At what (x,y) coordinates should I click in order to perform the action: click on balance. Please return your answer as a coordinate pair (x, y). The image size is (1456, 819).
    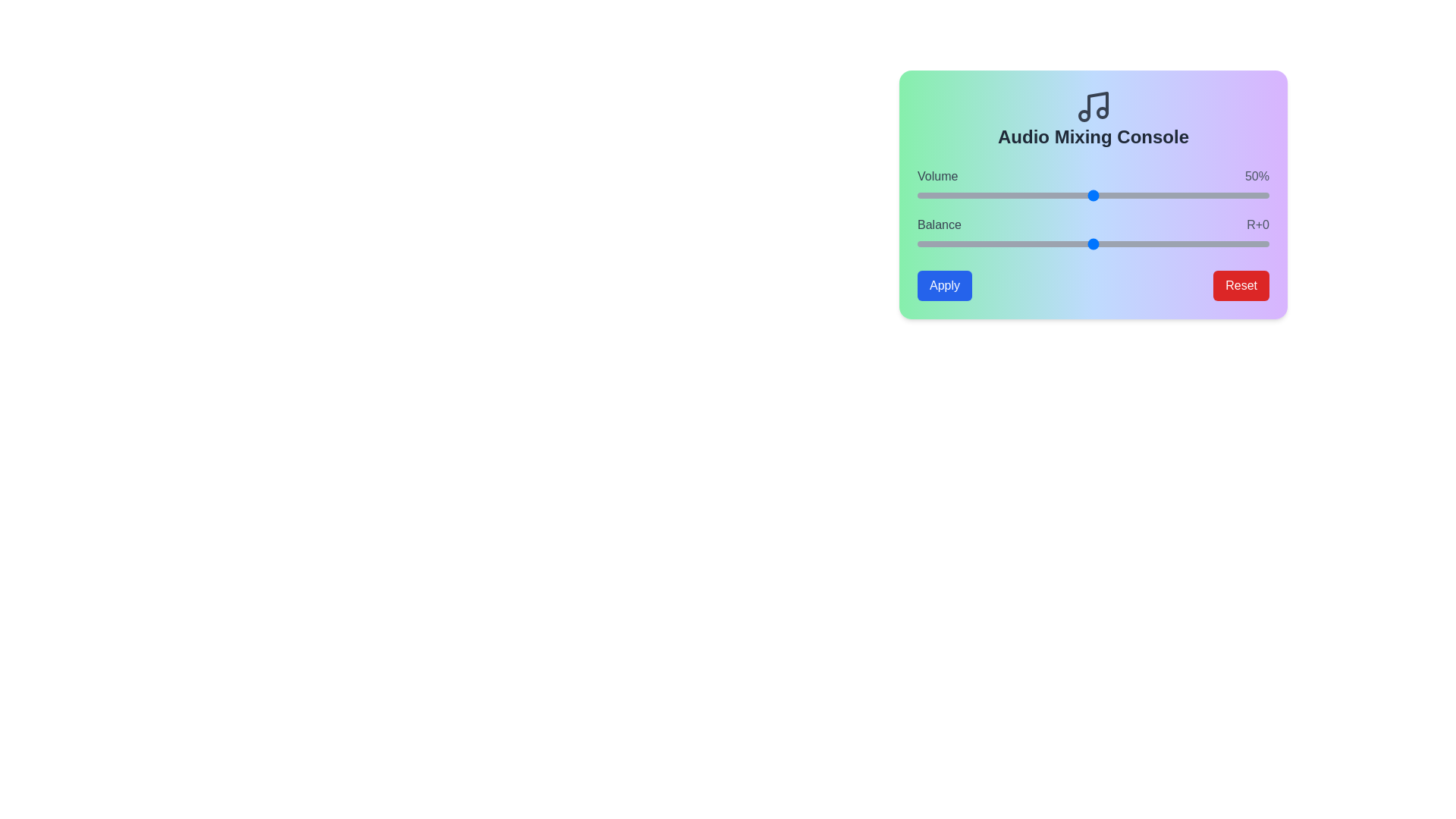
    Looking at the image, I should click on (1089, 243).